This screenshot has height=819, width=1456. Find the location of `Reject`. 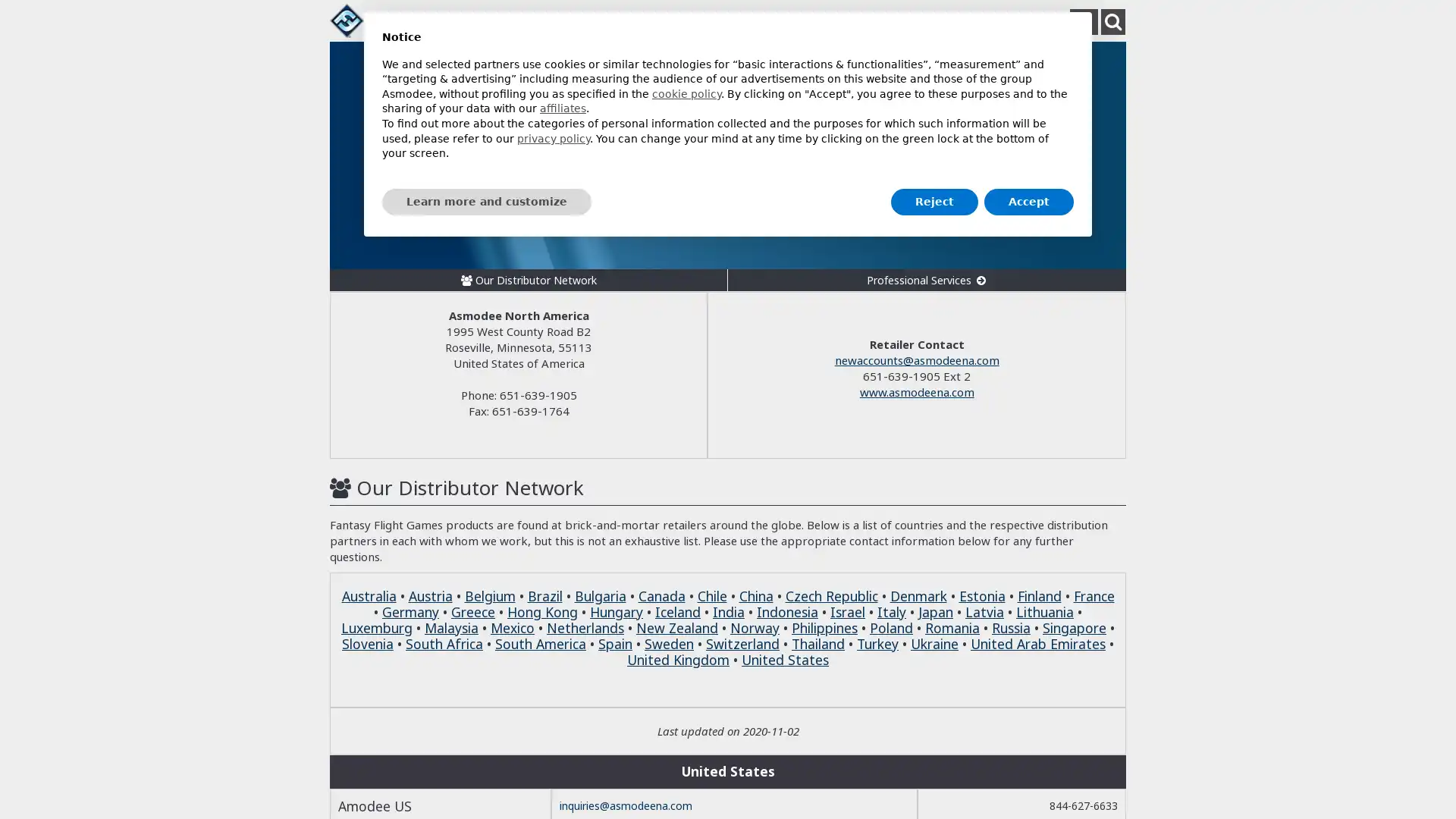

Reject is located at coordinates (934, 201).